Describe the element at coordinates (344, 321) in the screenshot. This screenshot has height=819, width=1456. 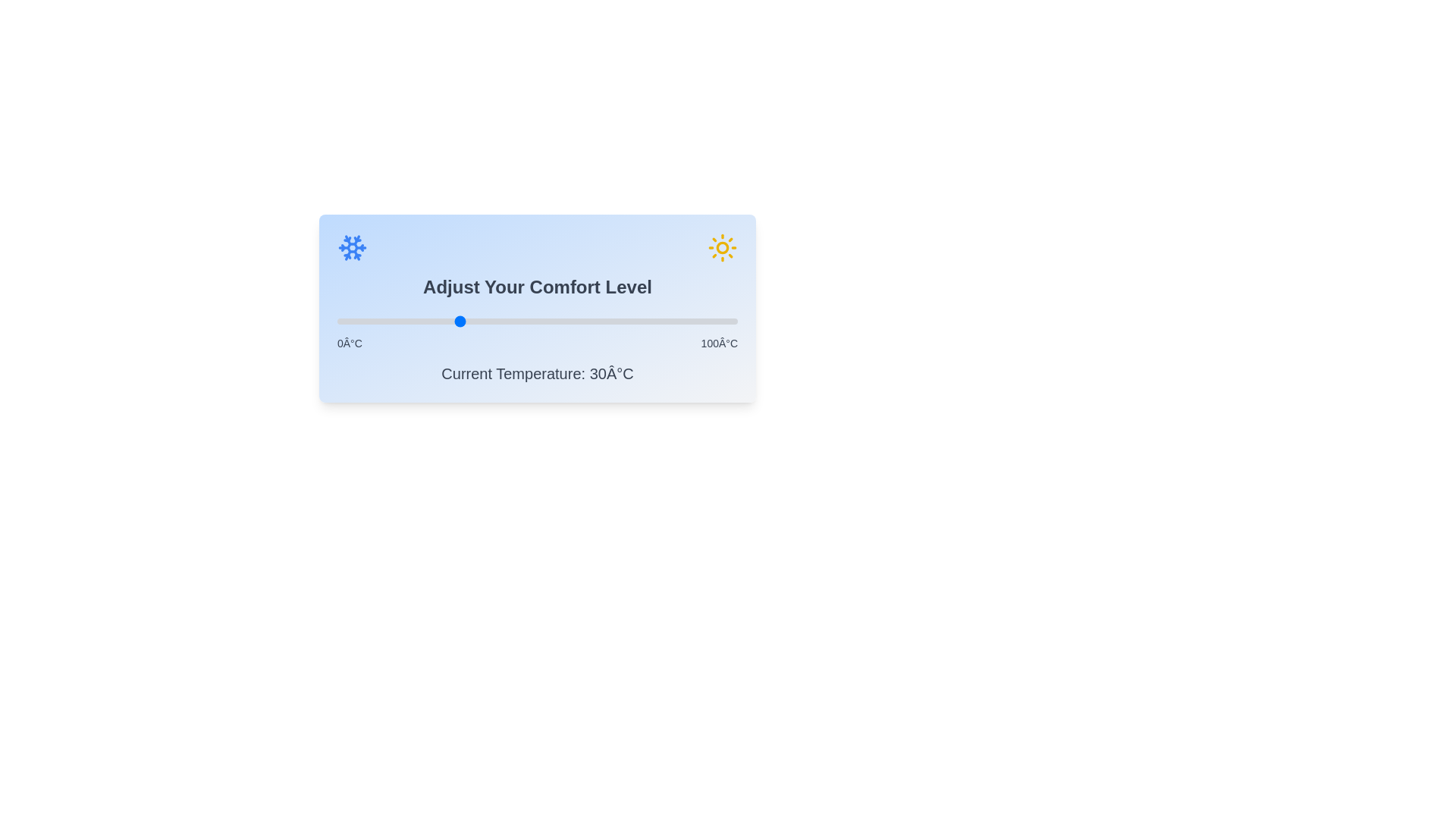
I see `the slider to set the temperature to 2°C` at that location.